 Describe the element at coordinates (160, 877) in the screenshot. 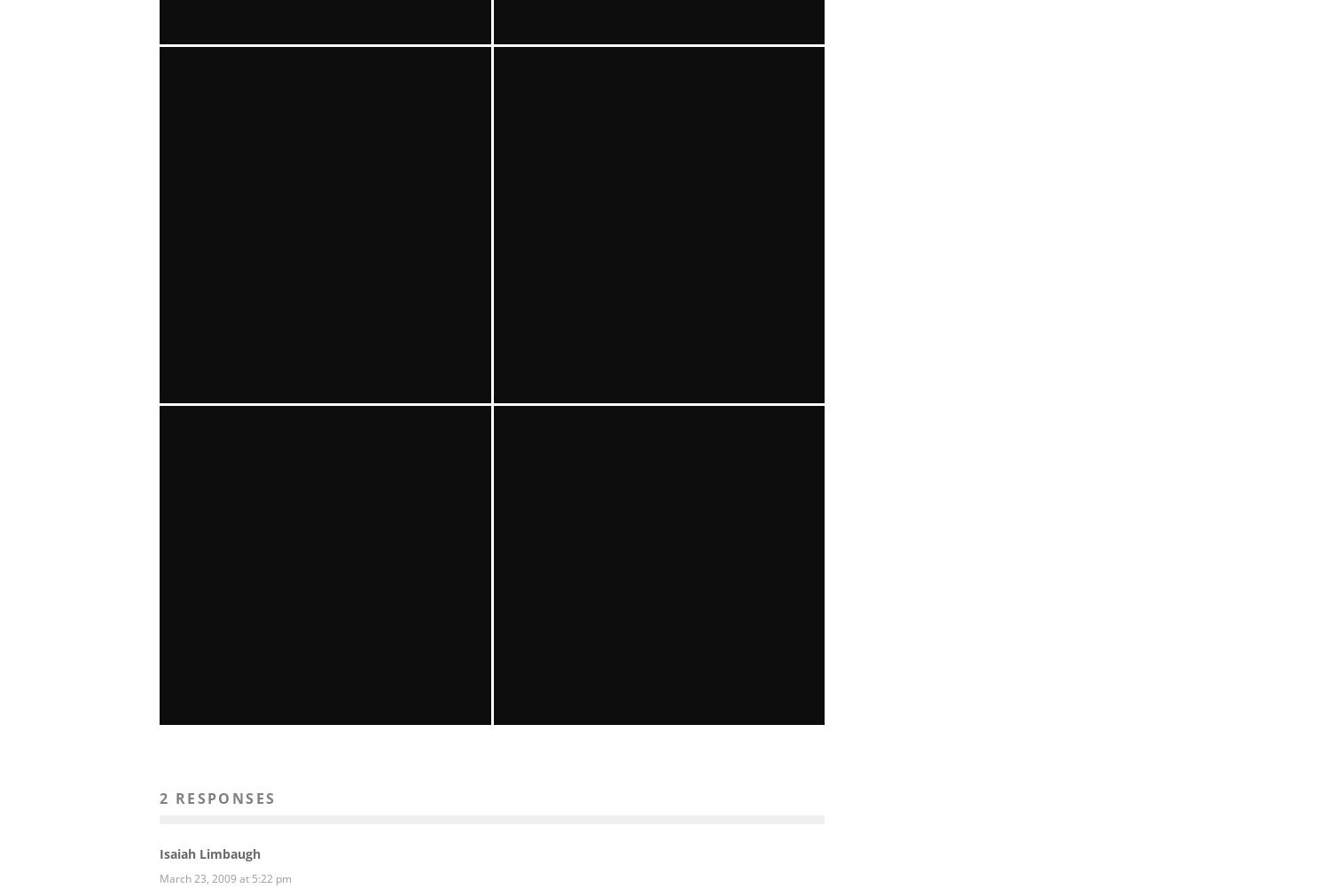

I see `'March 23, 2009 at 5:22 pm'` at that location.